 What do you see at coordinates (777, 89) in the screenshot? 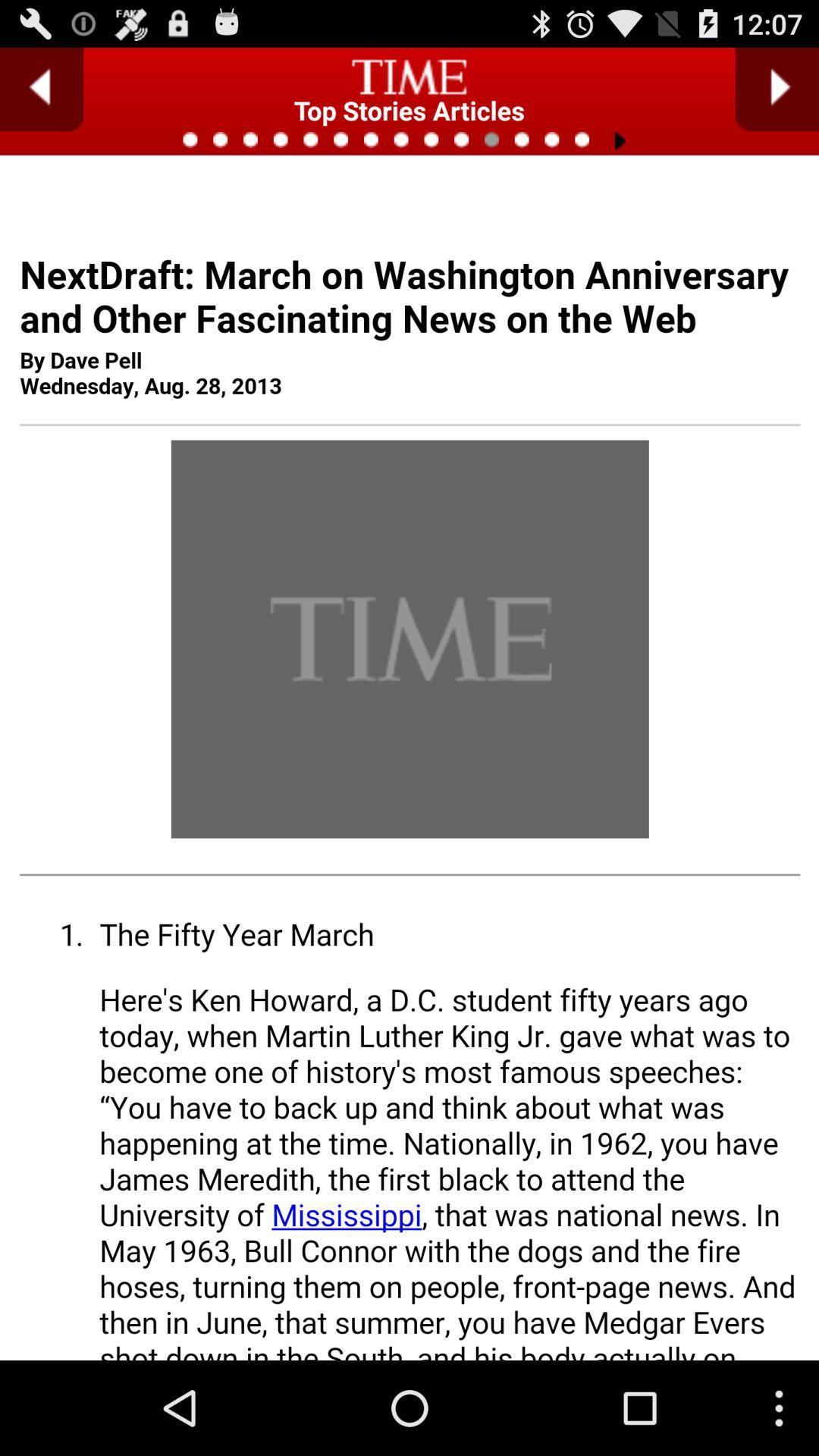
I see `go next` at bounding box center [777, 89].